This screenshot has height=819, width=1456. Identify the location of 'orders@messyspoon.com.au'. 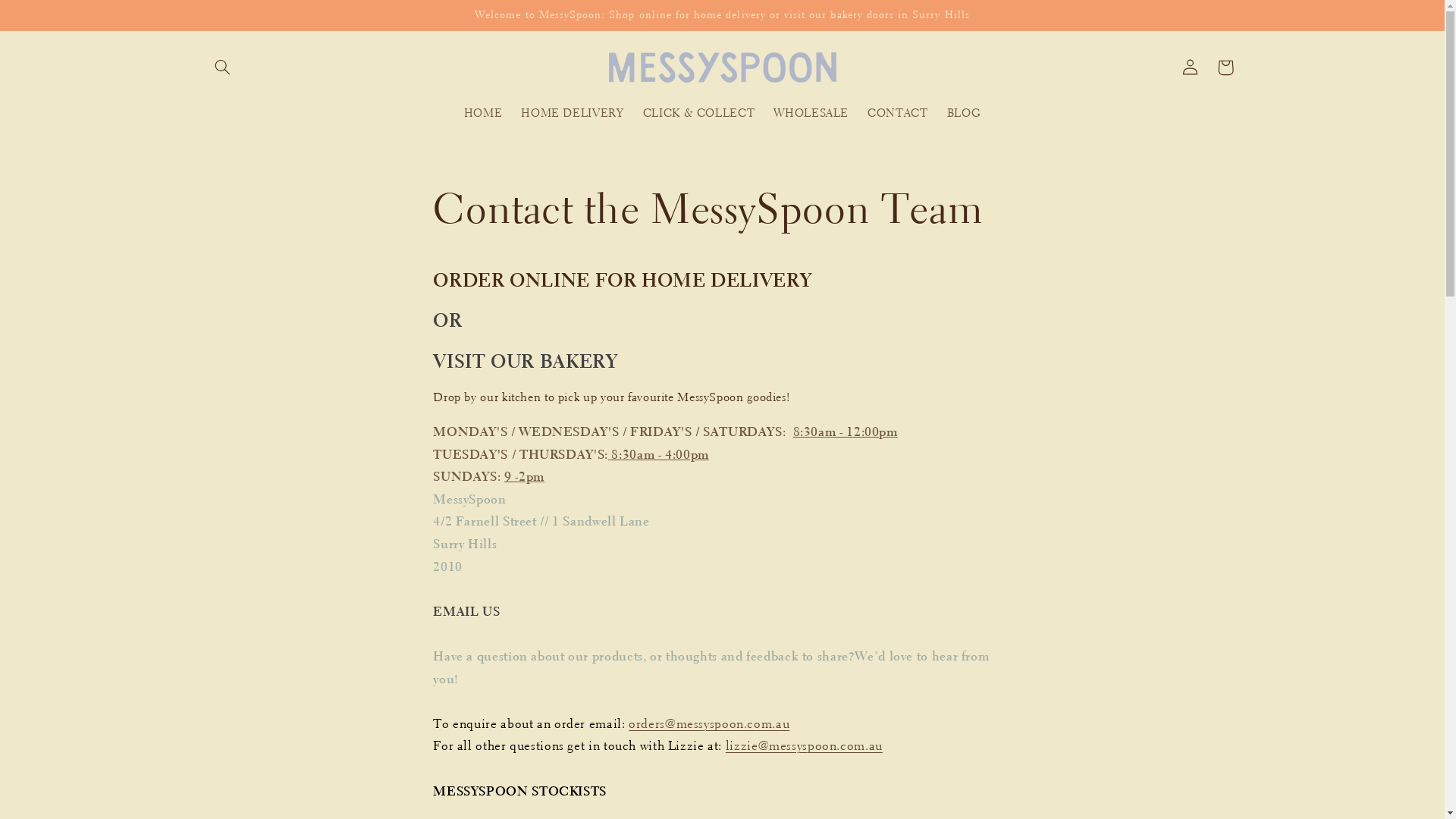
(708, 723).